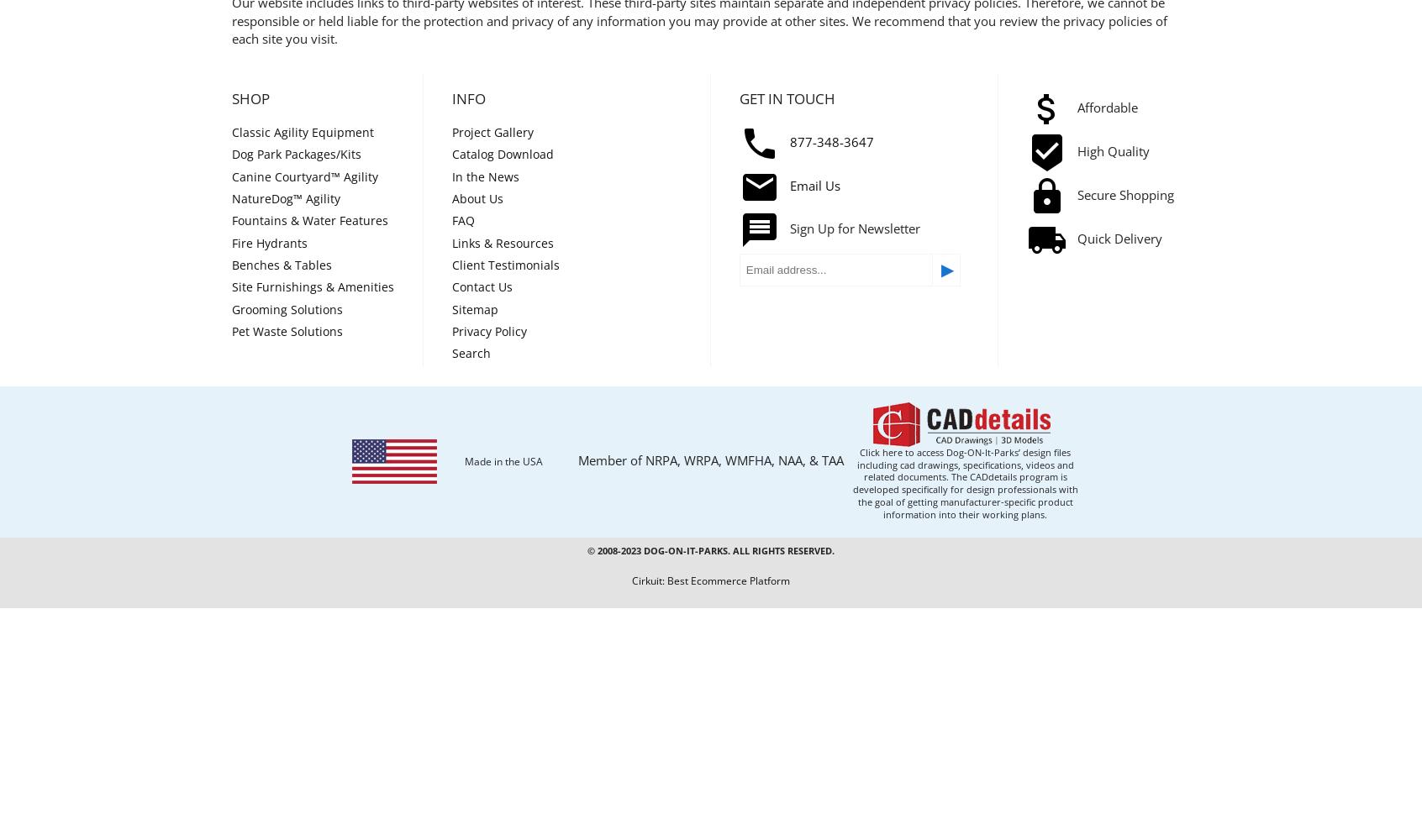 Image resolution: width=1422 pixels, height=840 pixels. I want to click on 'Dog Park Packages/Kits', so click(295, 154).